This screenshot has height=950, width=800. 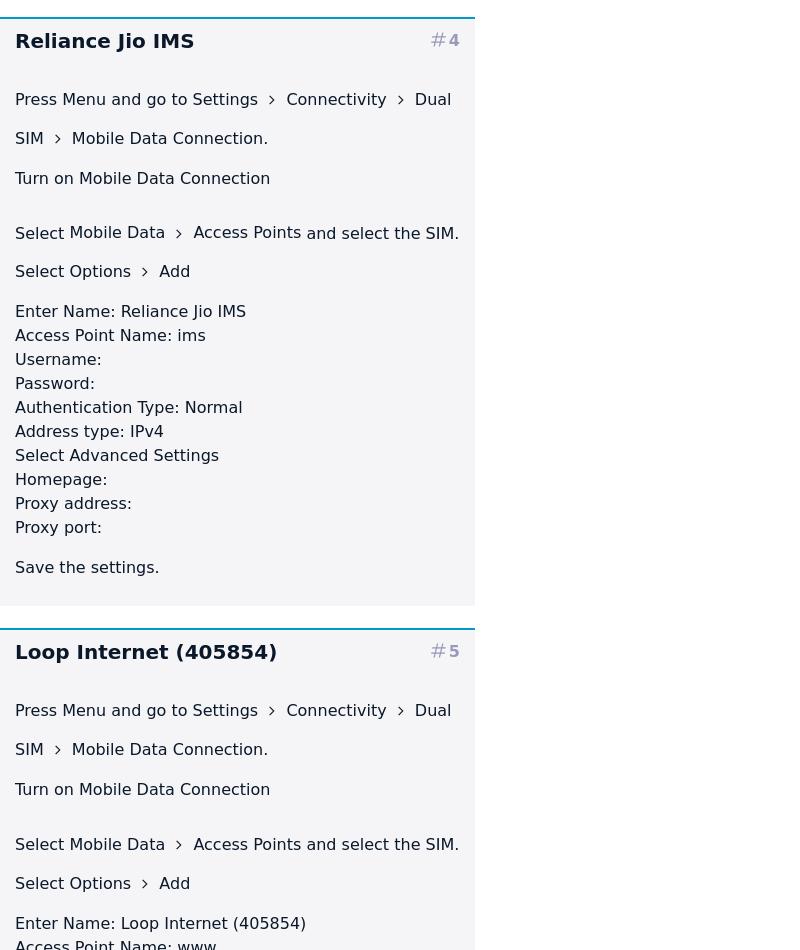 I want to click on 'Proxy address:', so click(x=14, y=503).